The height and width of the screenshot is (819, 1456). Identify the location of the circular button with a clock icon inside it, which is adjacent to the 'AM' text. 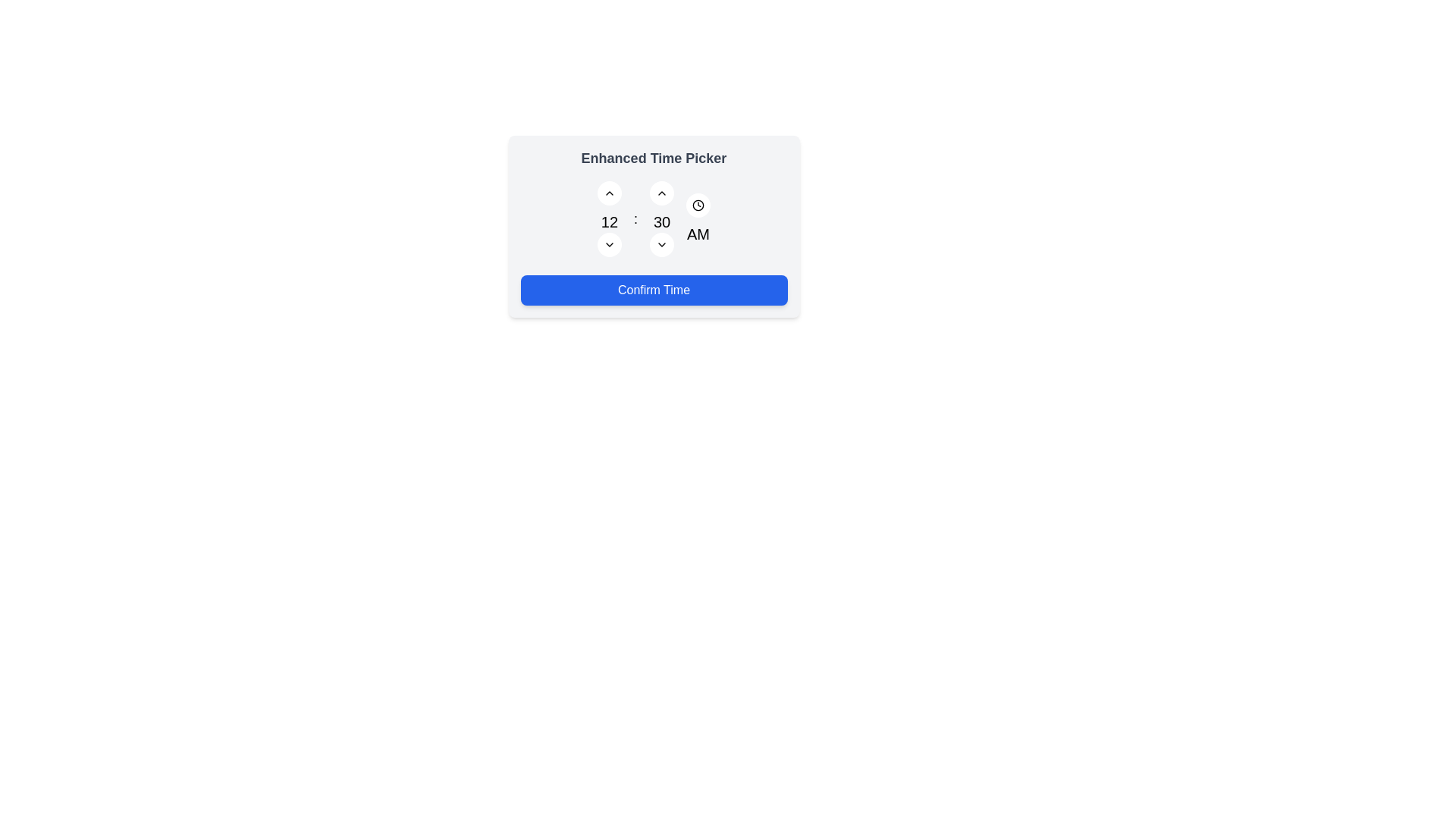
(698, 205).